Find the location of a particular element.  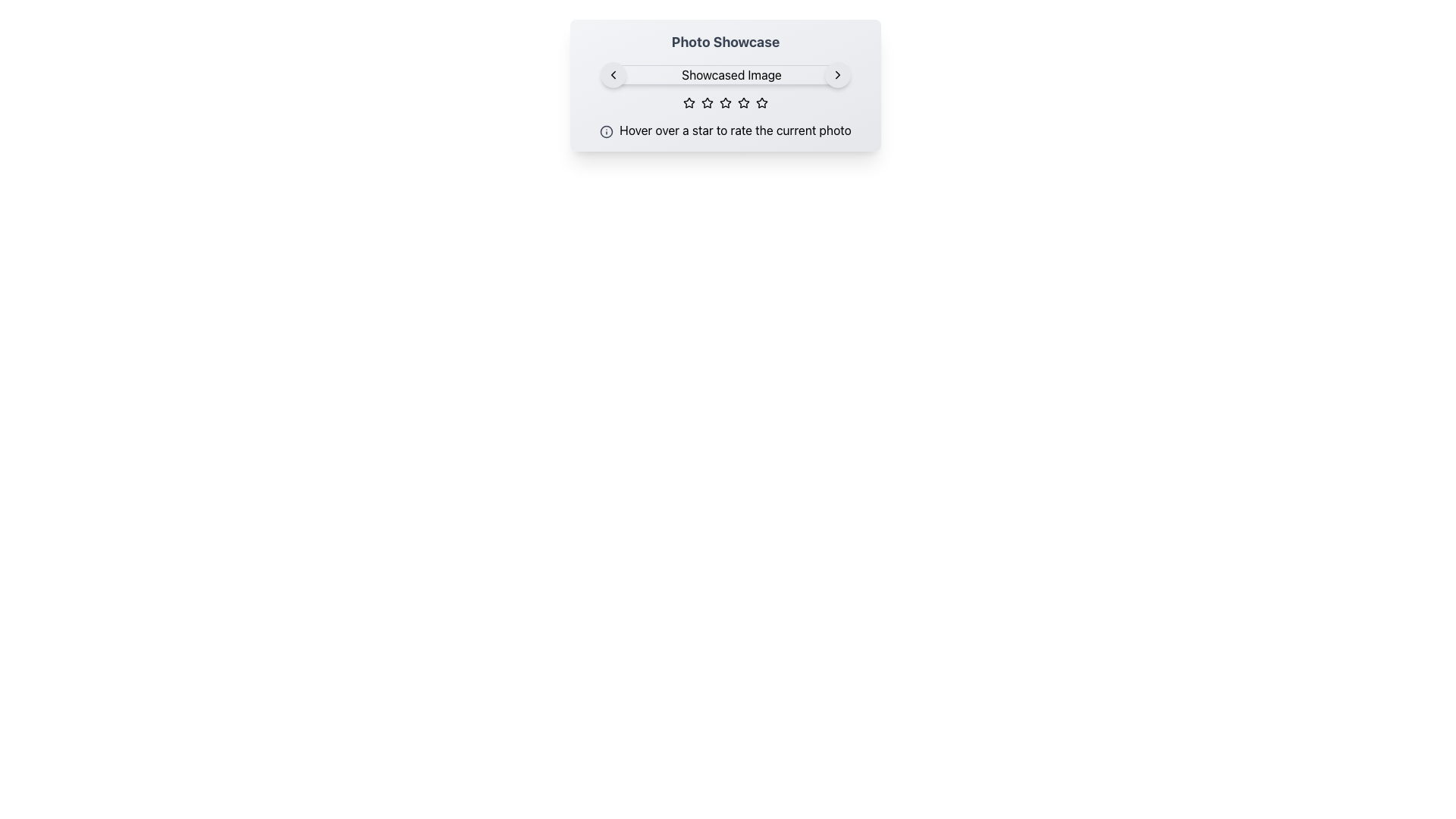

the fourth star-shaped rating icon in a row of five stars is located at coordinates (743, 102).